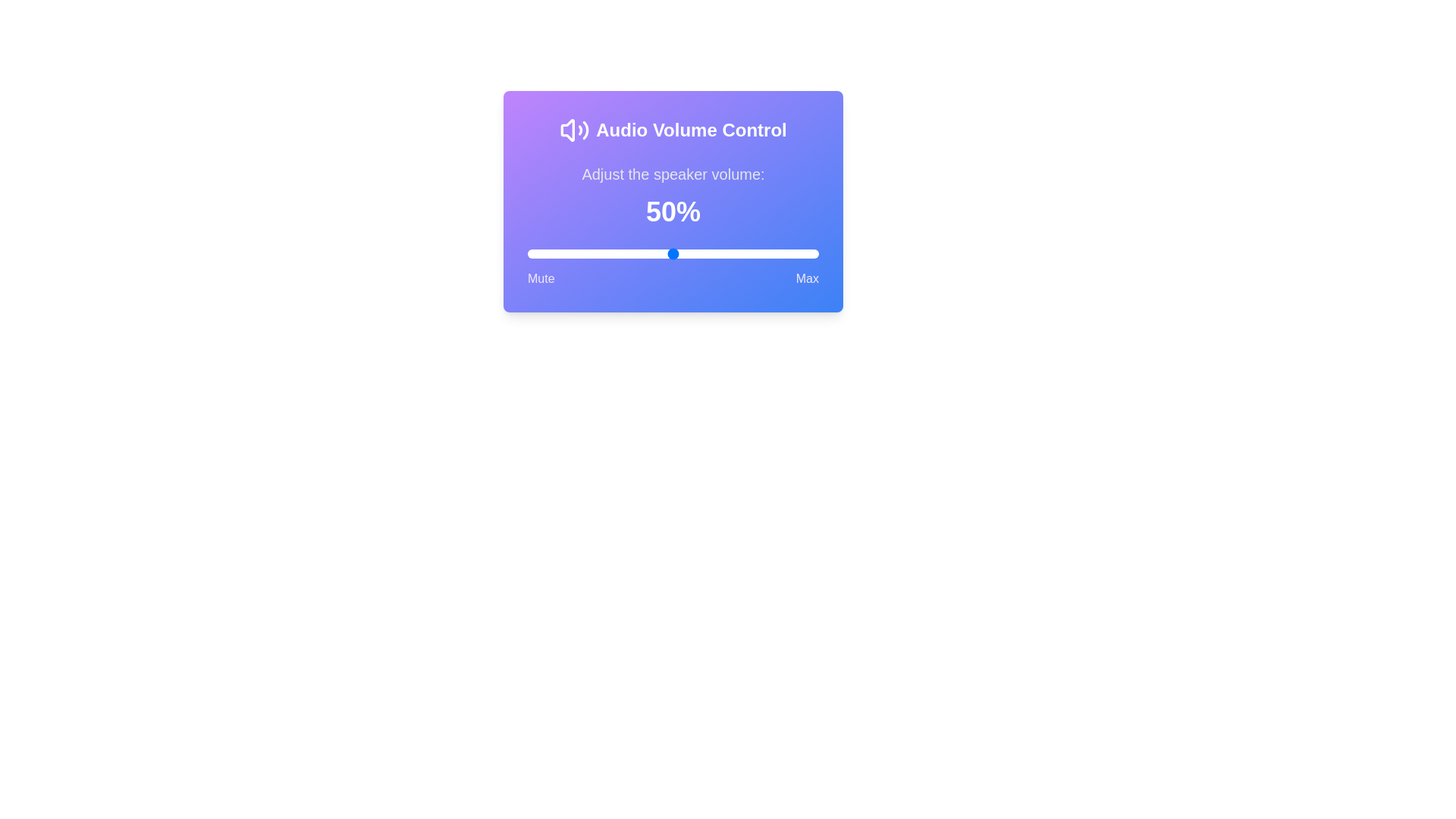  What do you see at coordinates (541, 278) in the screenshot?
I see `the Mute label to interact with it` at bounding box center [541, 278].